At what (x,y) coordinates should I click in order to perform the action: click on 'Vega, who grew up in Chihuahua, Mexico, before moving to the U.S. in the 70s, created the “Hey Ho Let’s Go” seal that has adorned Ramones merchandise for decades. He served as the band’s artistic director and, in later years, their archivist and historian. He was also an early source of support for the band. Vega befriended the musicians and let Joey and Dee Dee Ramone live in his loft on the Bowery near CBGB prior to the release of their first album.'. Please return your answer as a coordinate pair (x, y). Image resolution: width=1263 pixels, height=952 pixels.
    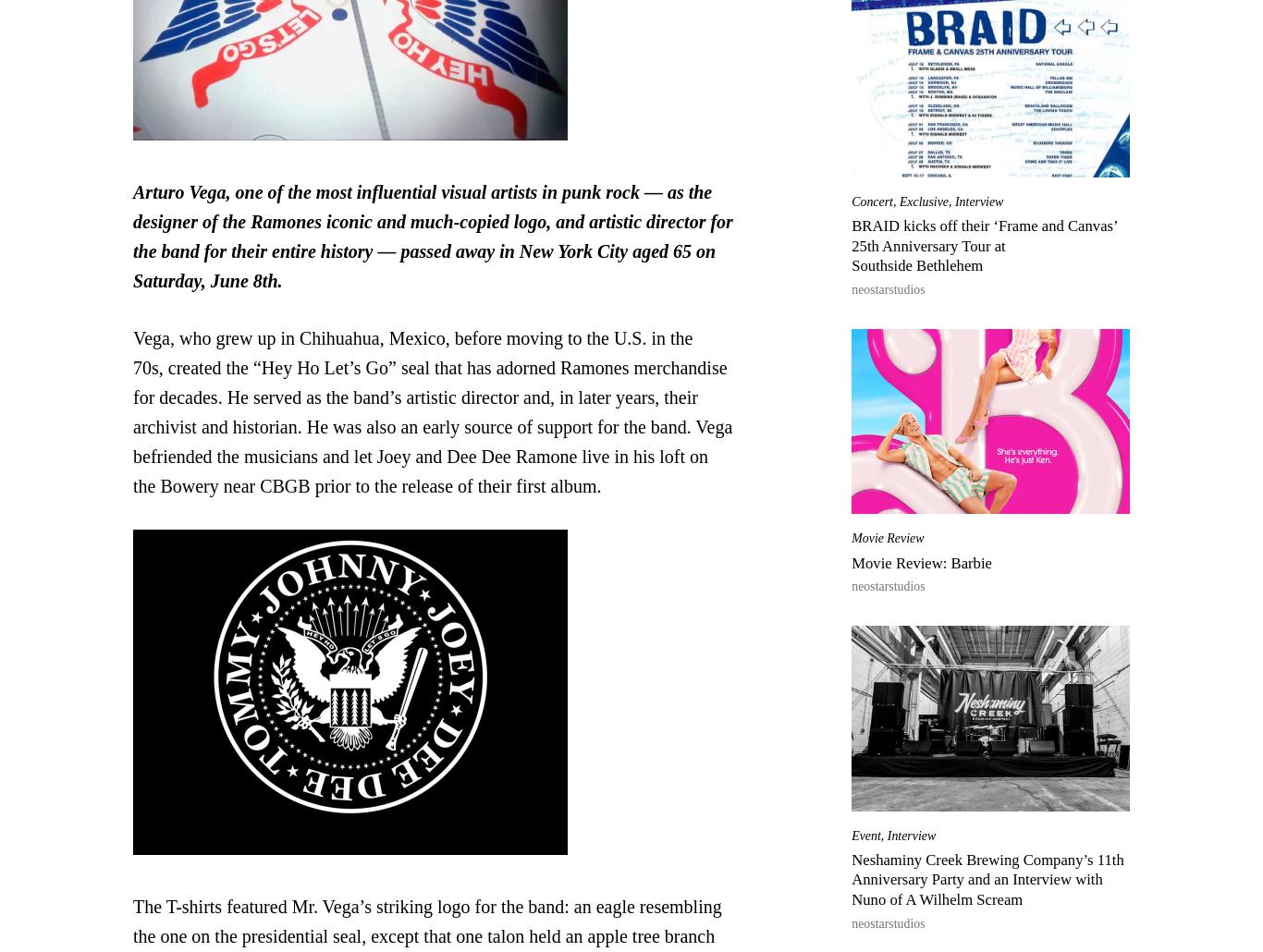
    Looking at the image, I should click on (432, 410).